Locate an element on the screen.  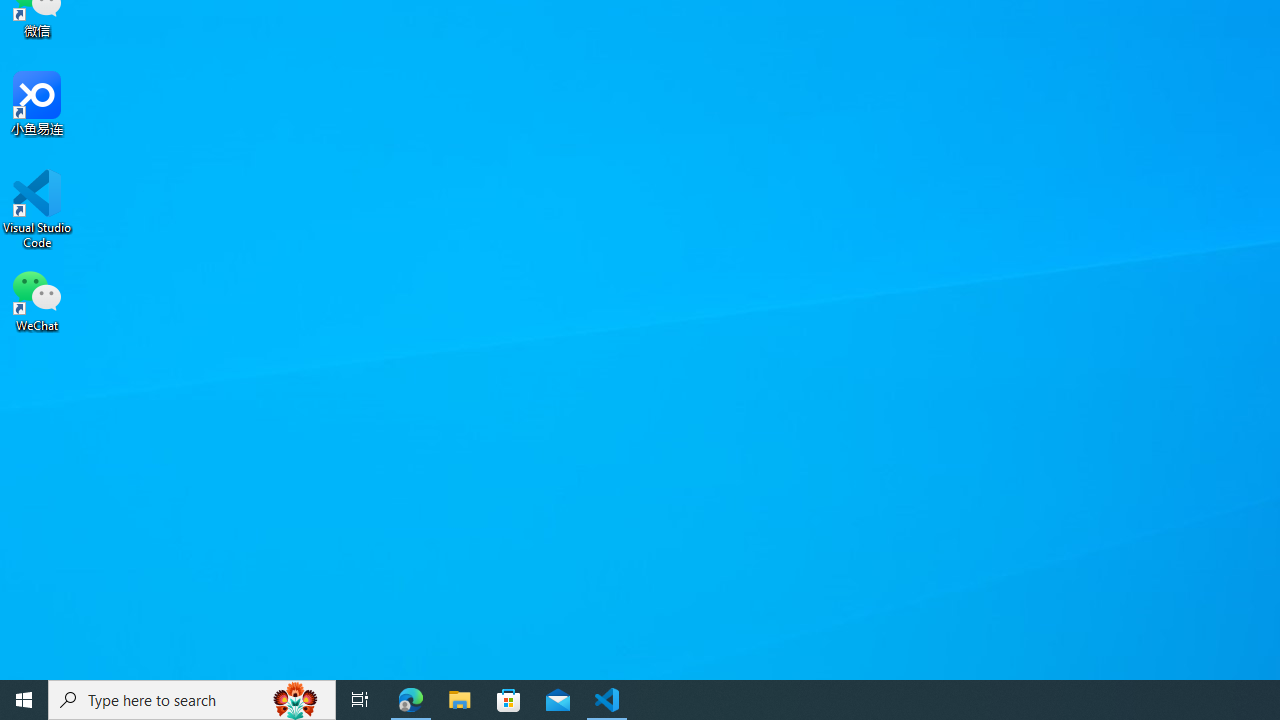
'File Explorer' is located at coordinates (459, 698).